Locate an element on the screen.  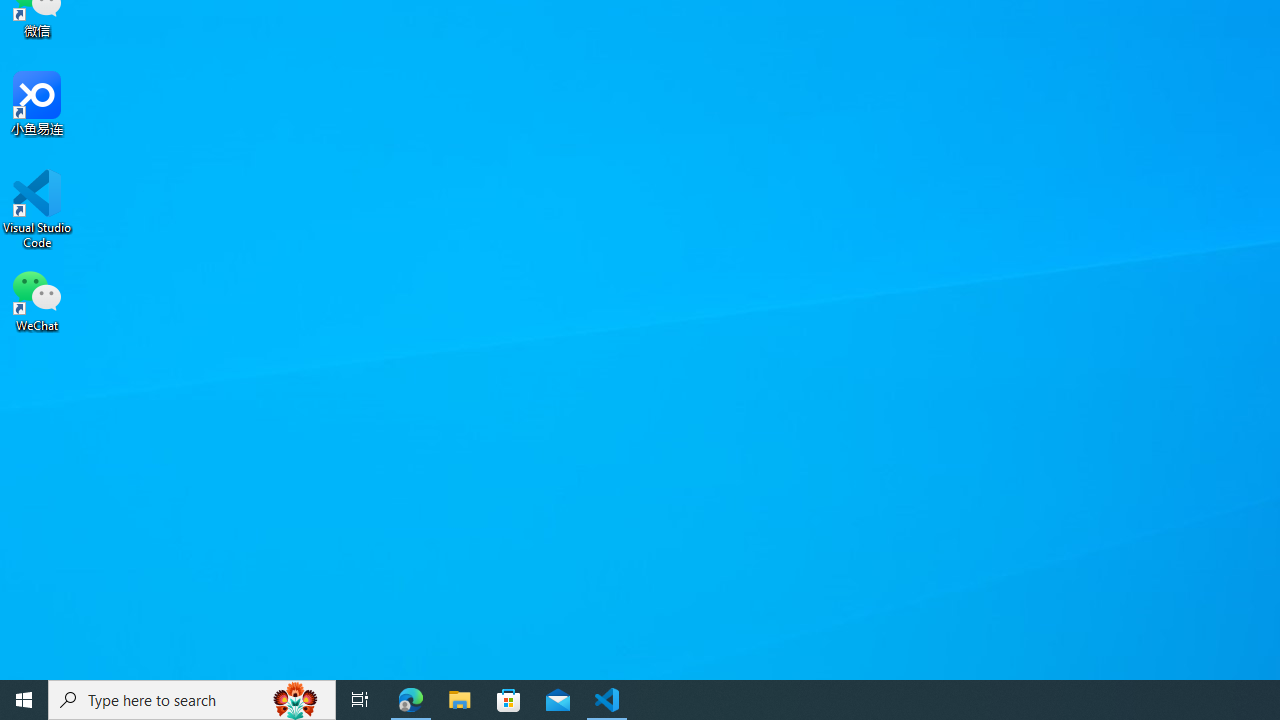
'File Explorer' is located at coordinates (459, 698).